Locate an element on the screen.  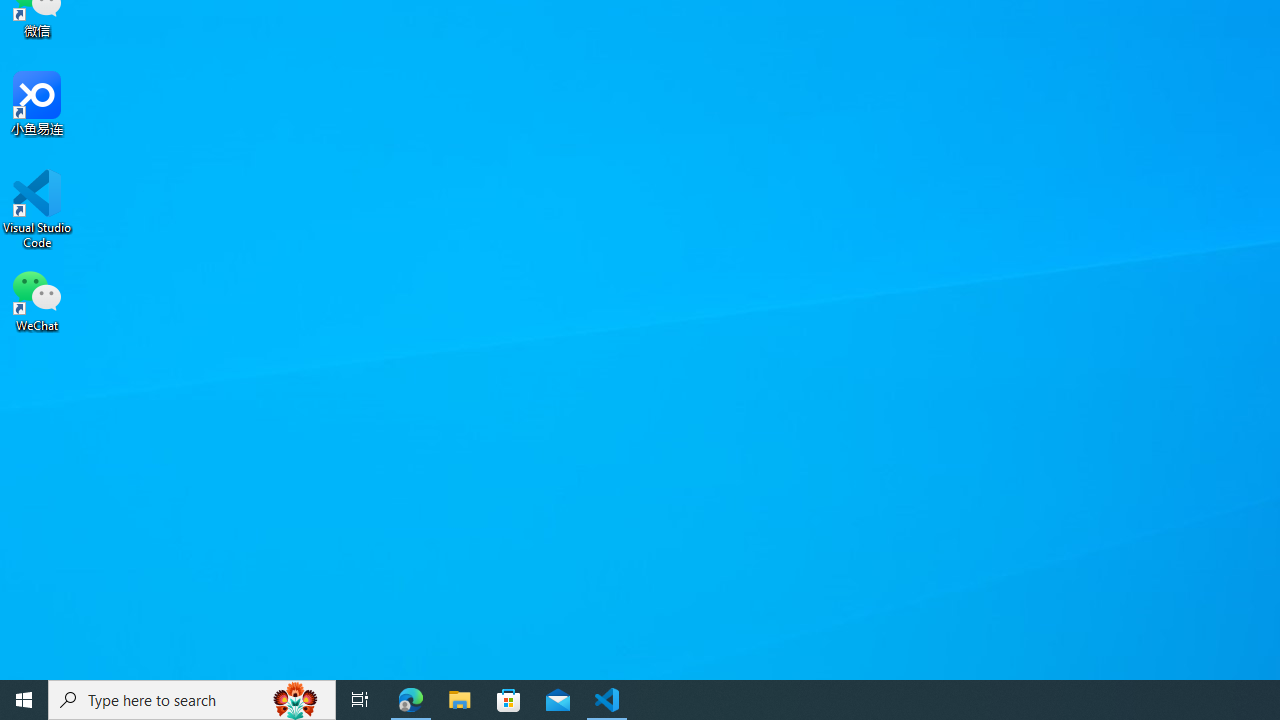
'File Explorer' is located at coordinates (459, 698).